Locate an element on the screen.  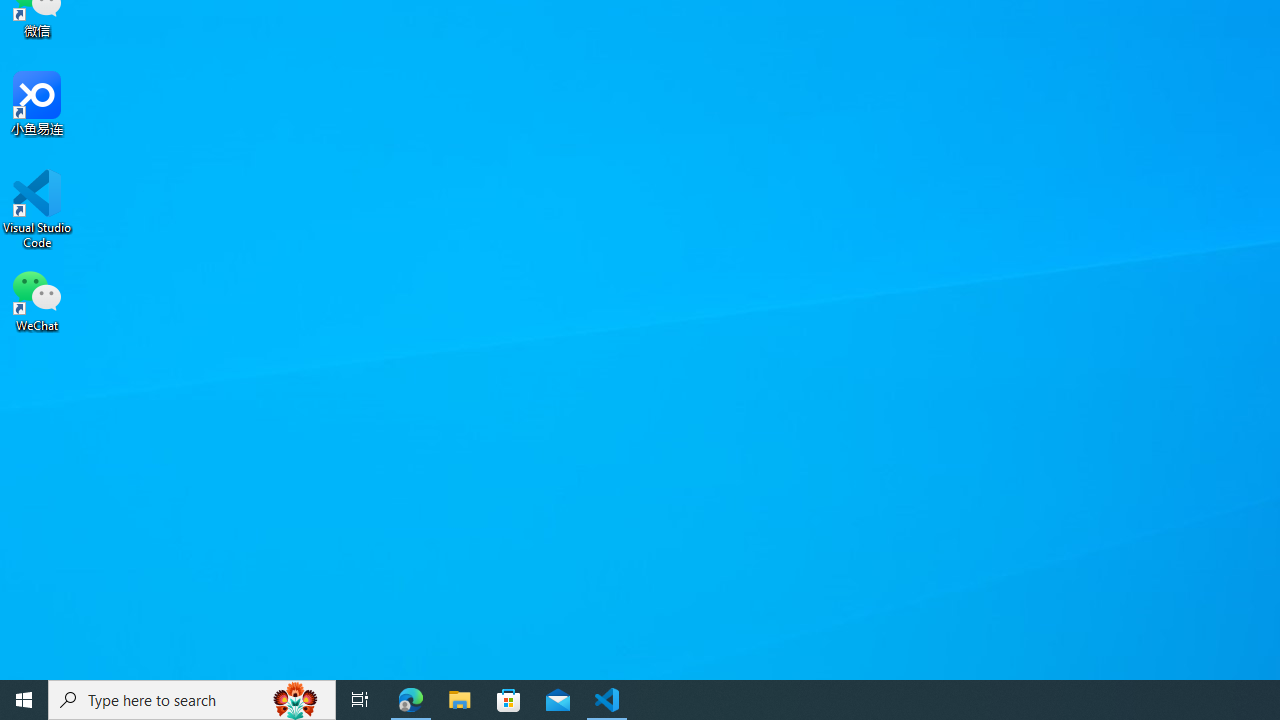
'File Explorer' is located at coordinates (459, 698).